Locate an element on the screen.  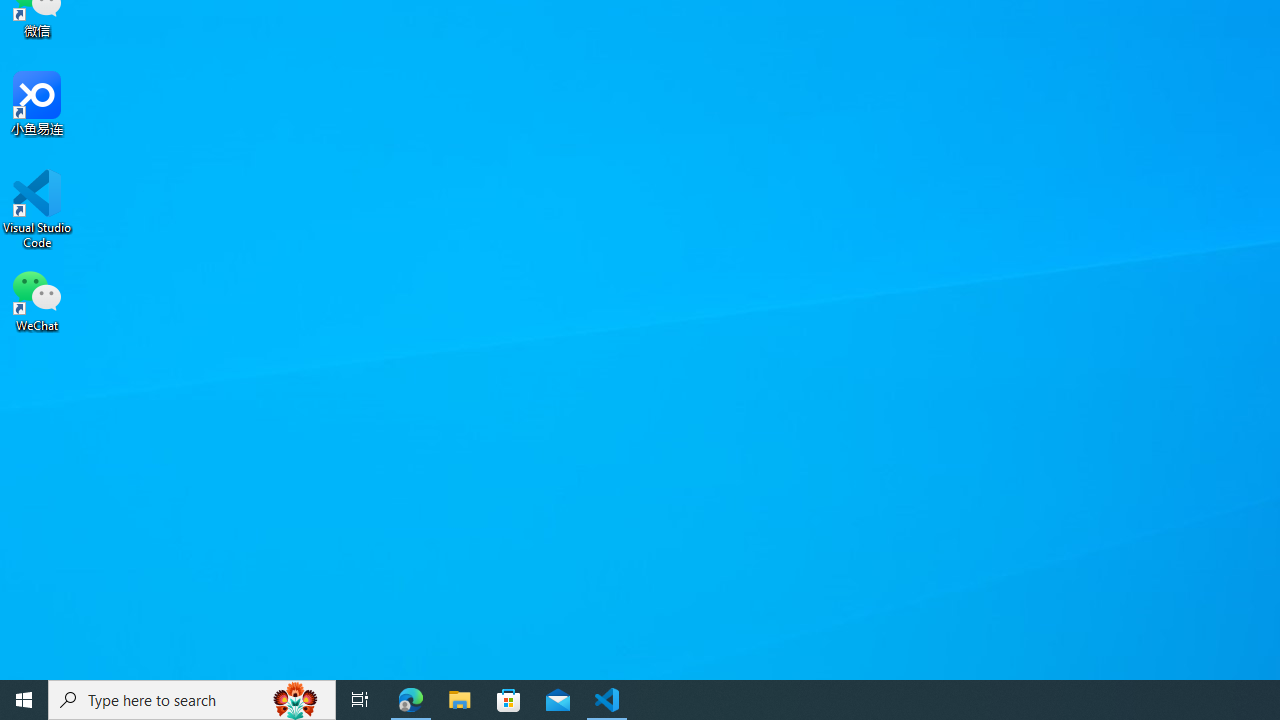
'File Explorer' is located at coordinates (459, 698).